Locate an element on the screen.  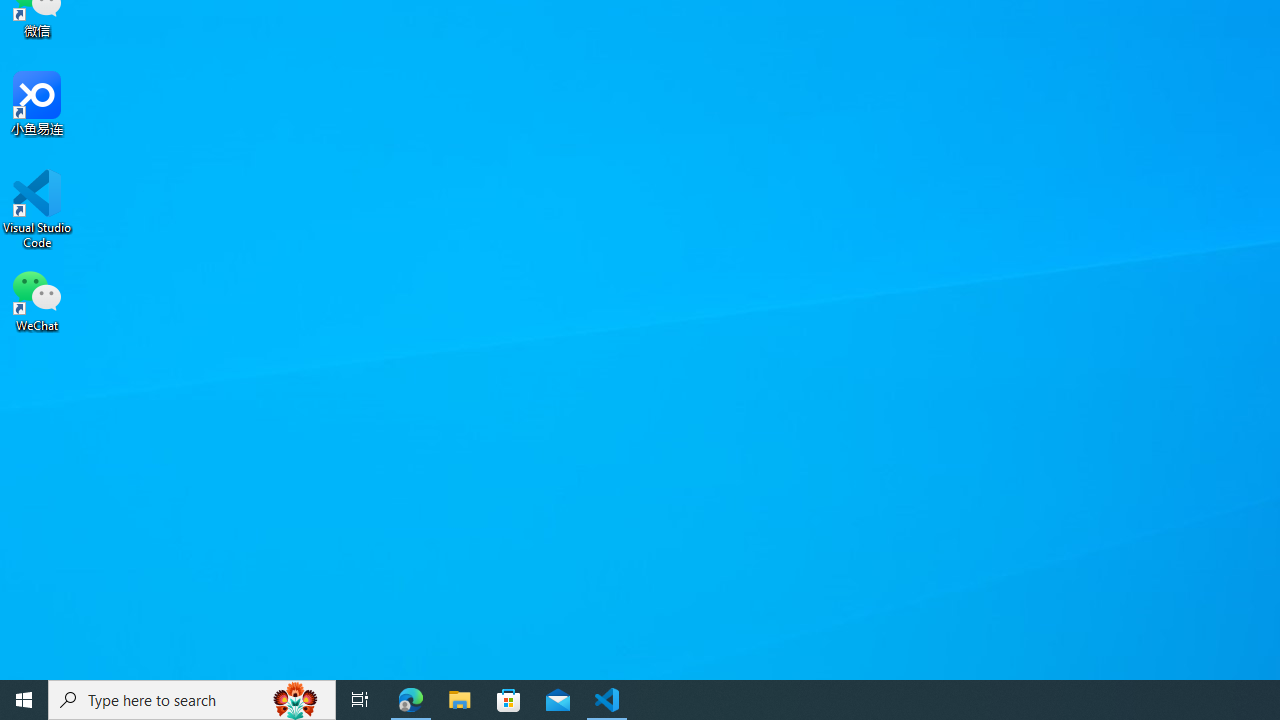
'File Explorer' is located at coordinates (459, 698).